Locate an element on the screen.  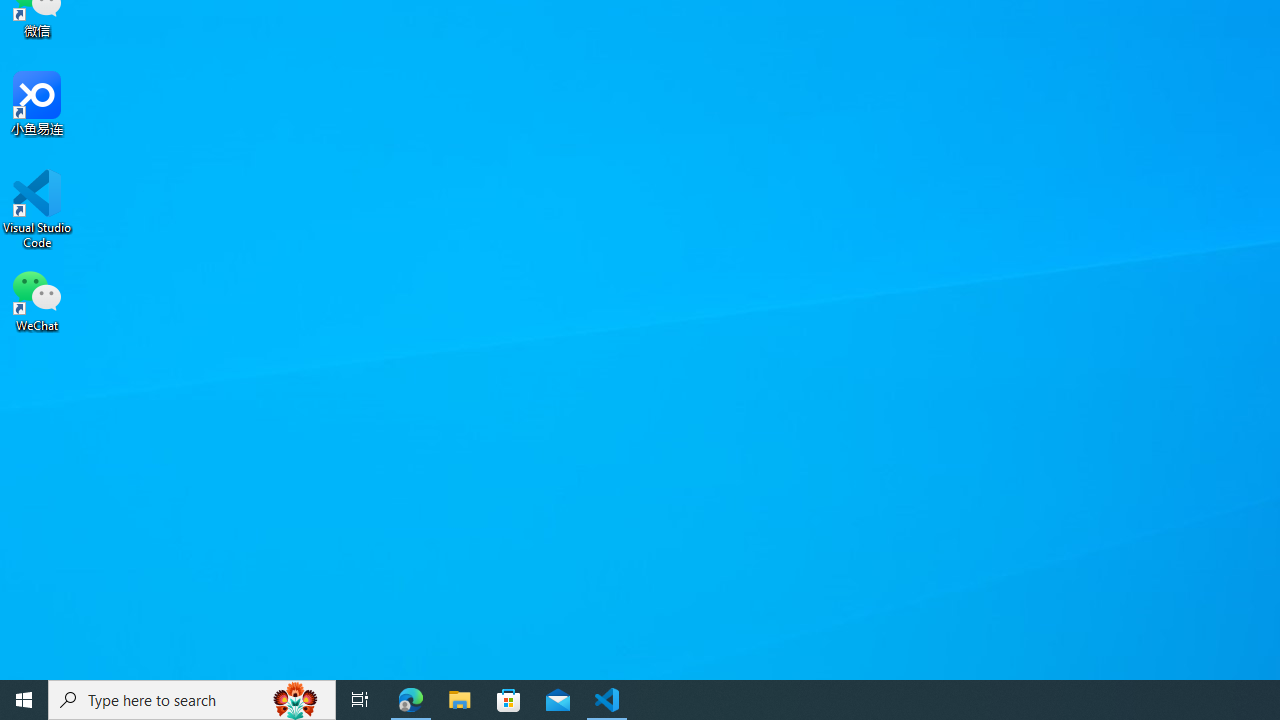
'File Explorer' is located at coordinates (459, 698).